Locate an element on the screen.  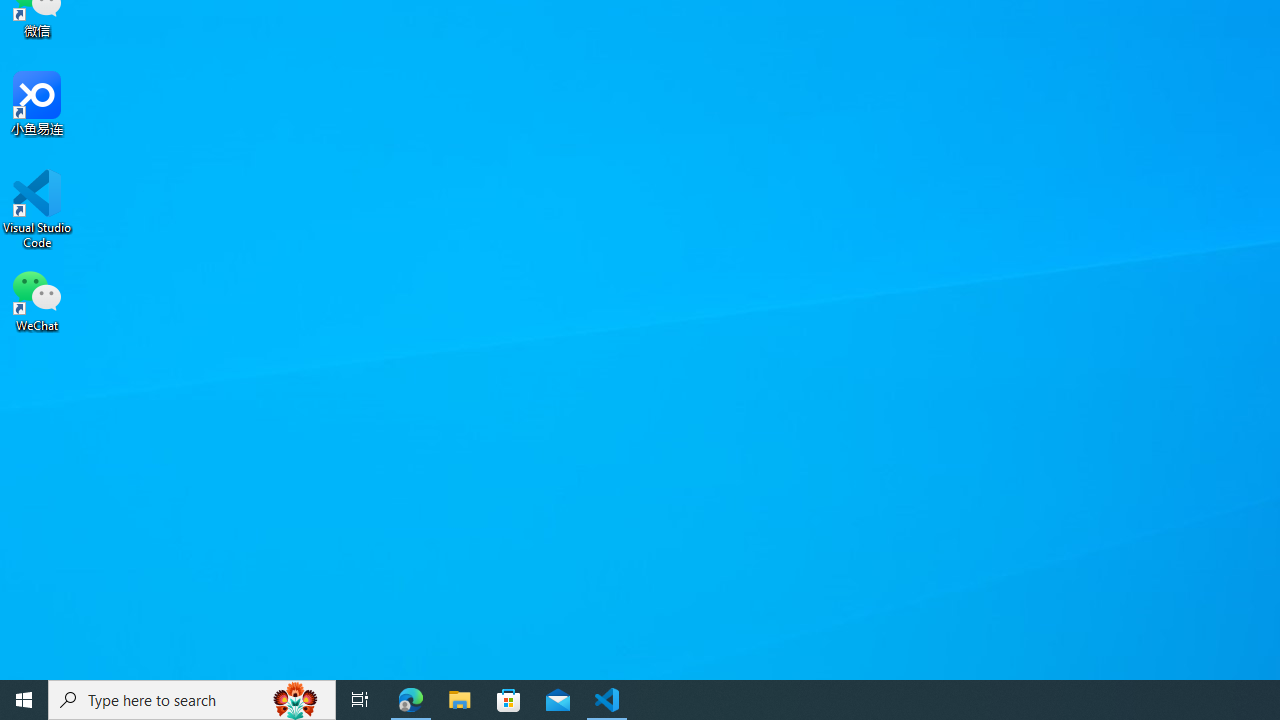
'File Explorer' is located at coordinates (459, 698).